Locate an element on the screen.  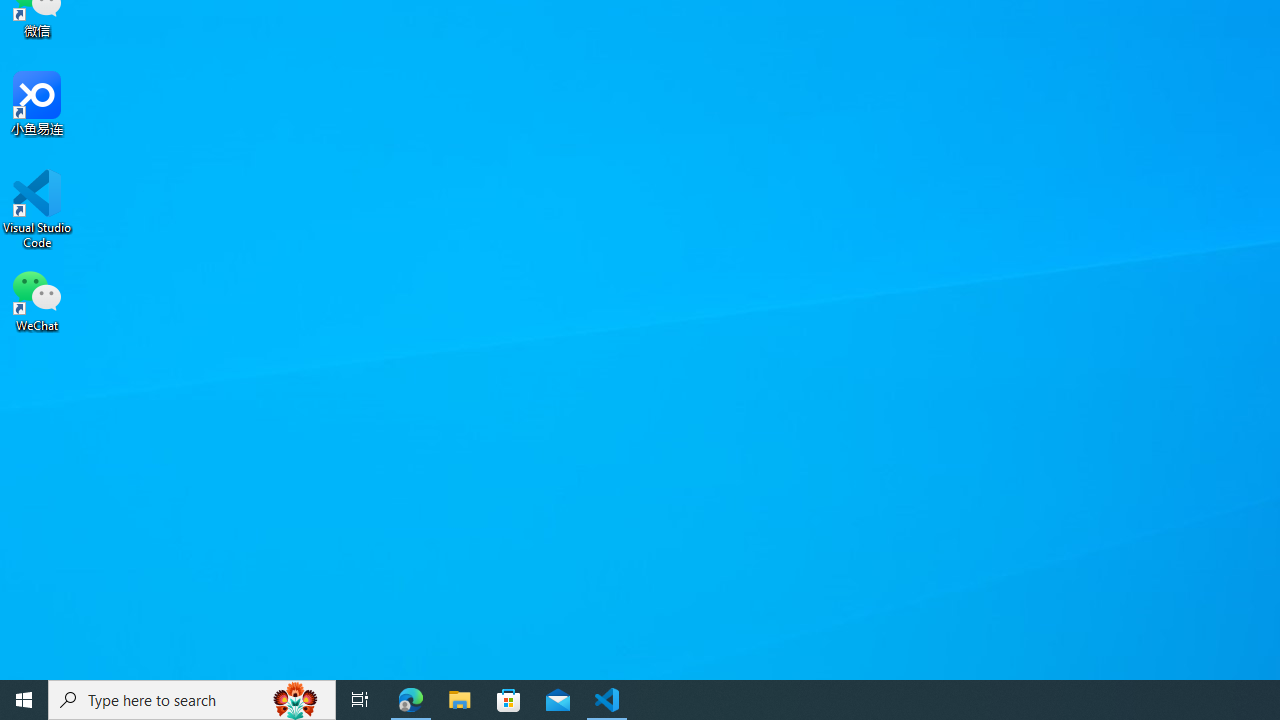
'File Explorer' is located at coordinates (459, 698).